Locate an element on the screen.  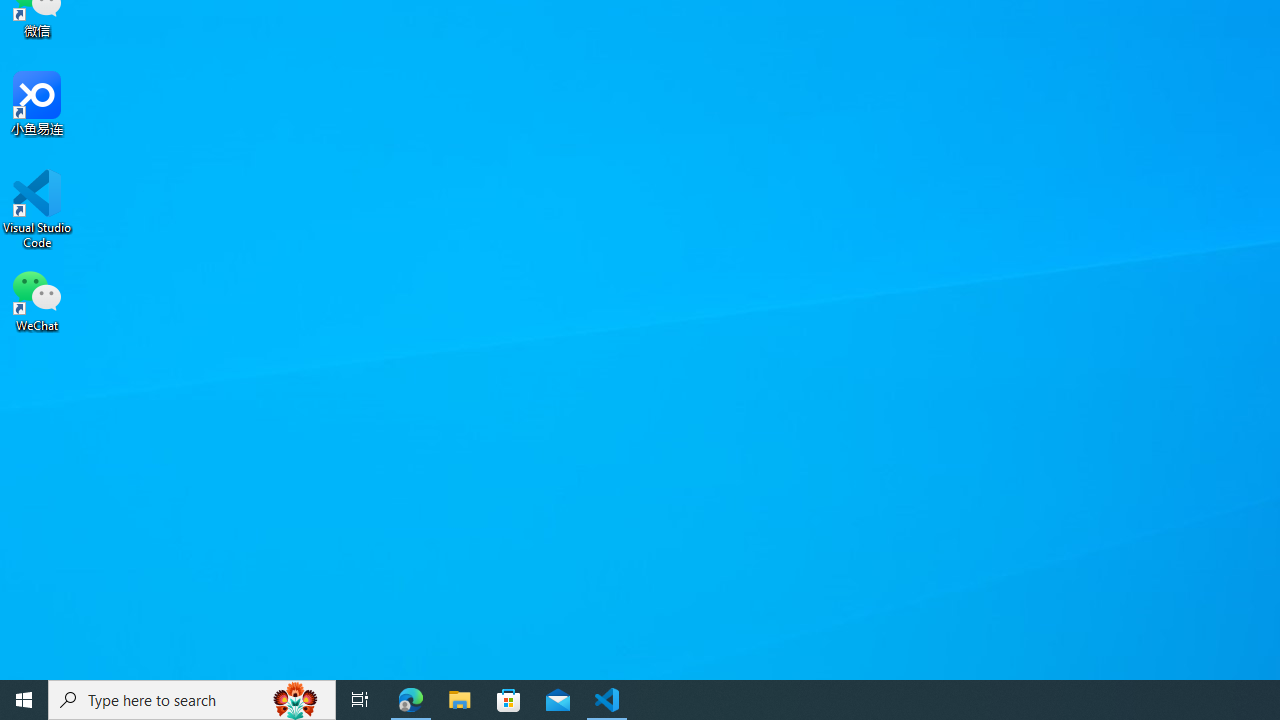
'File Explorer' is located at coordinates (459, 698).